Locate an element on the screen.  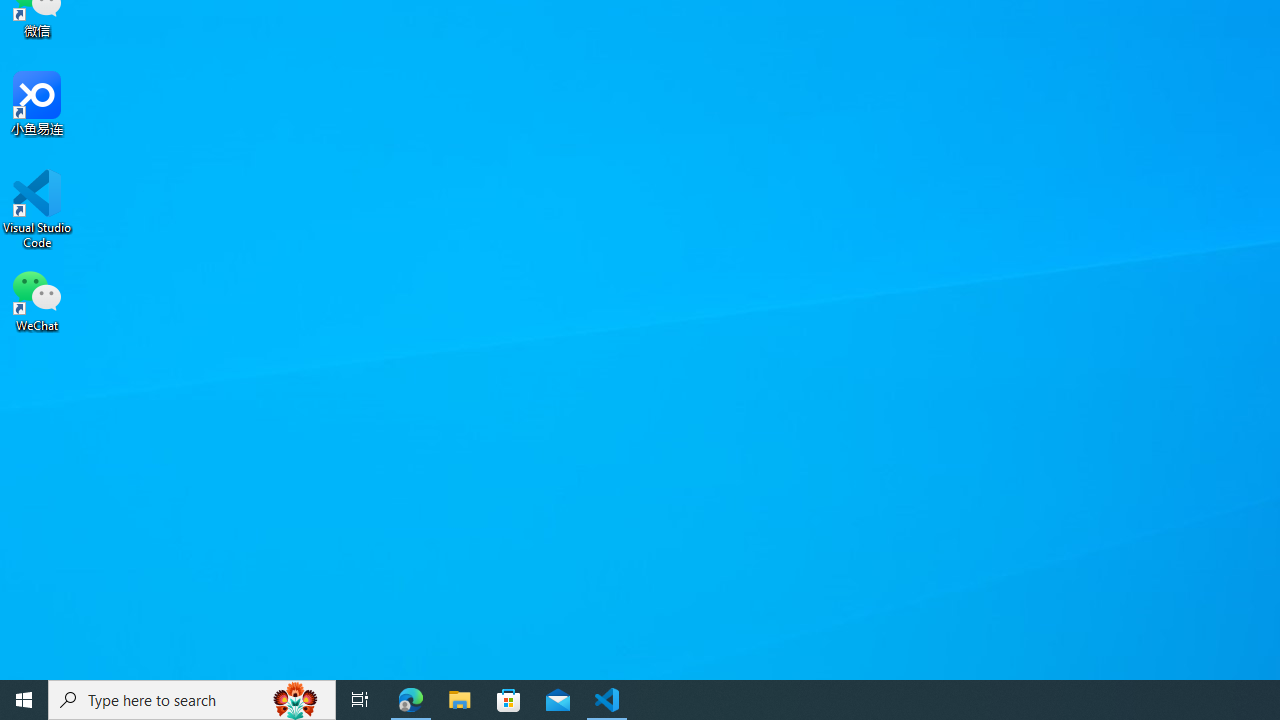
'File Explorer' is located at coordinates (459, 698).